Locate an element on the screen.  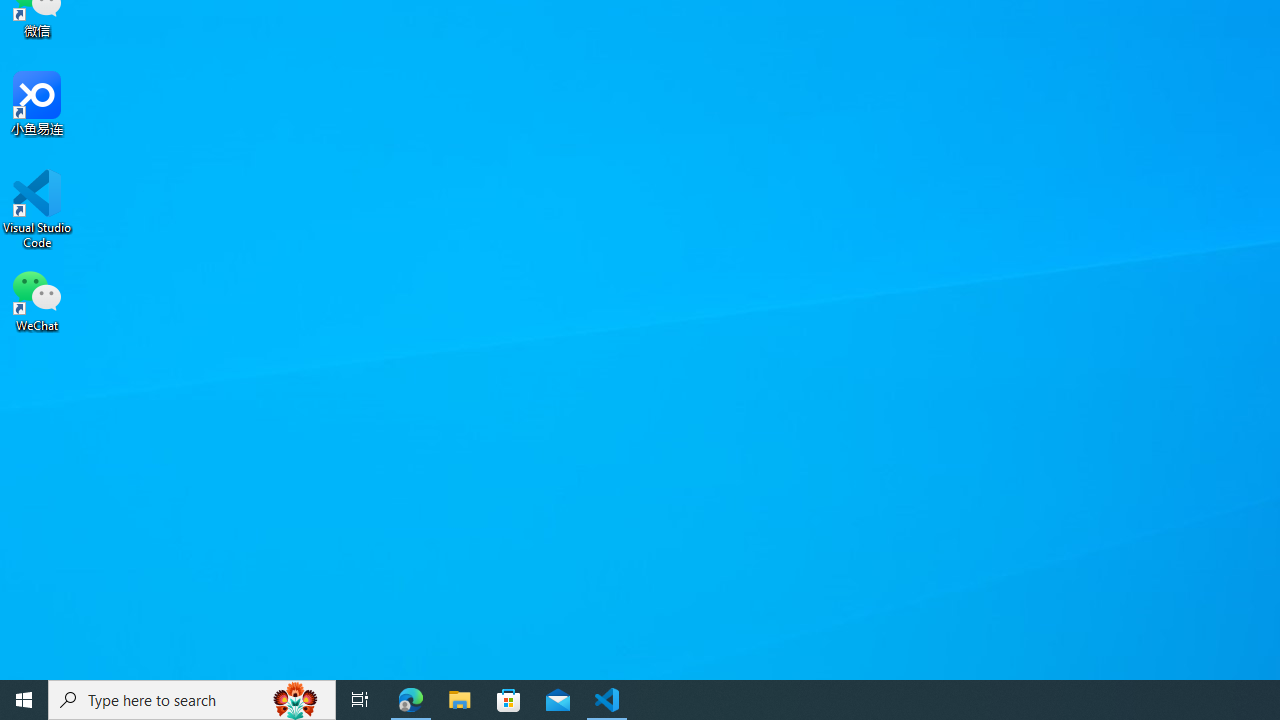
'File Explorer' is located at coordinates (459, 698).